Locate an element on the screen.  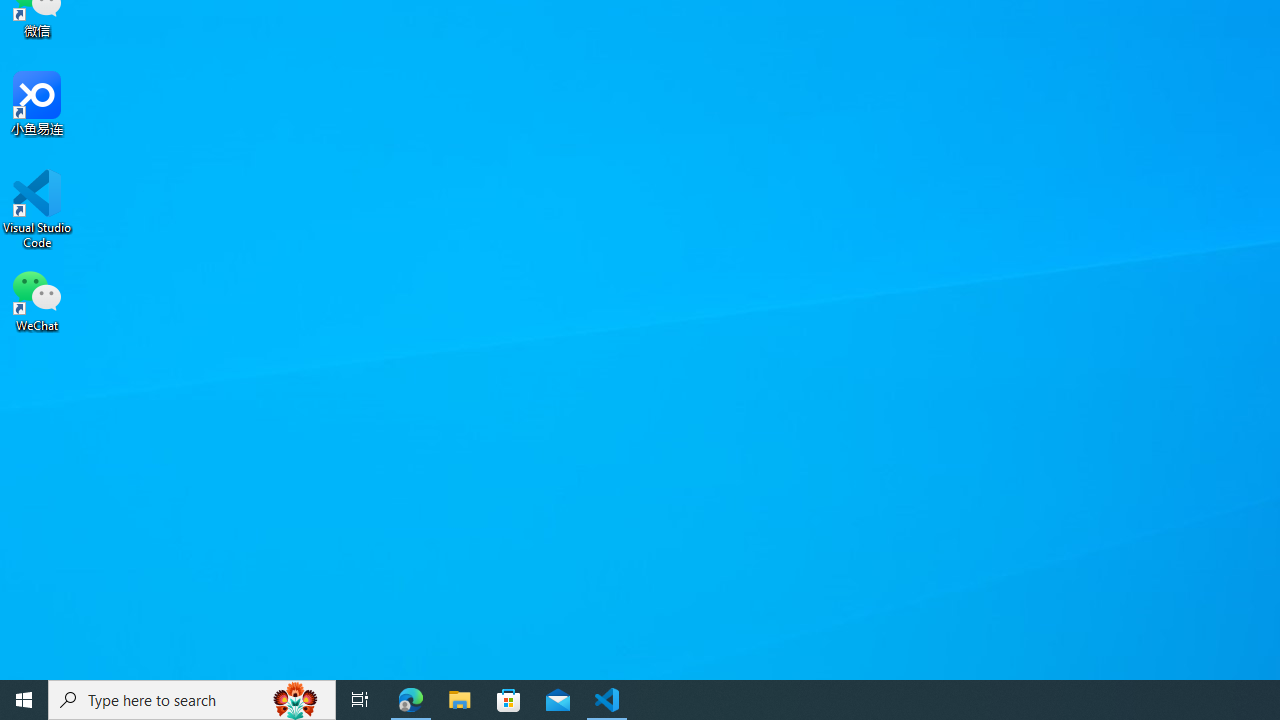
'File Explorer' is located at coordinates (459, 698).